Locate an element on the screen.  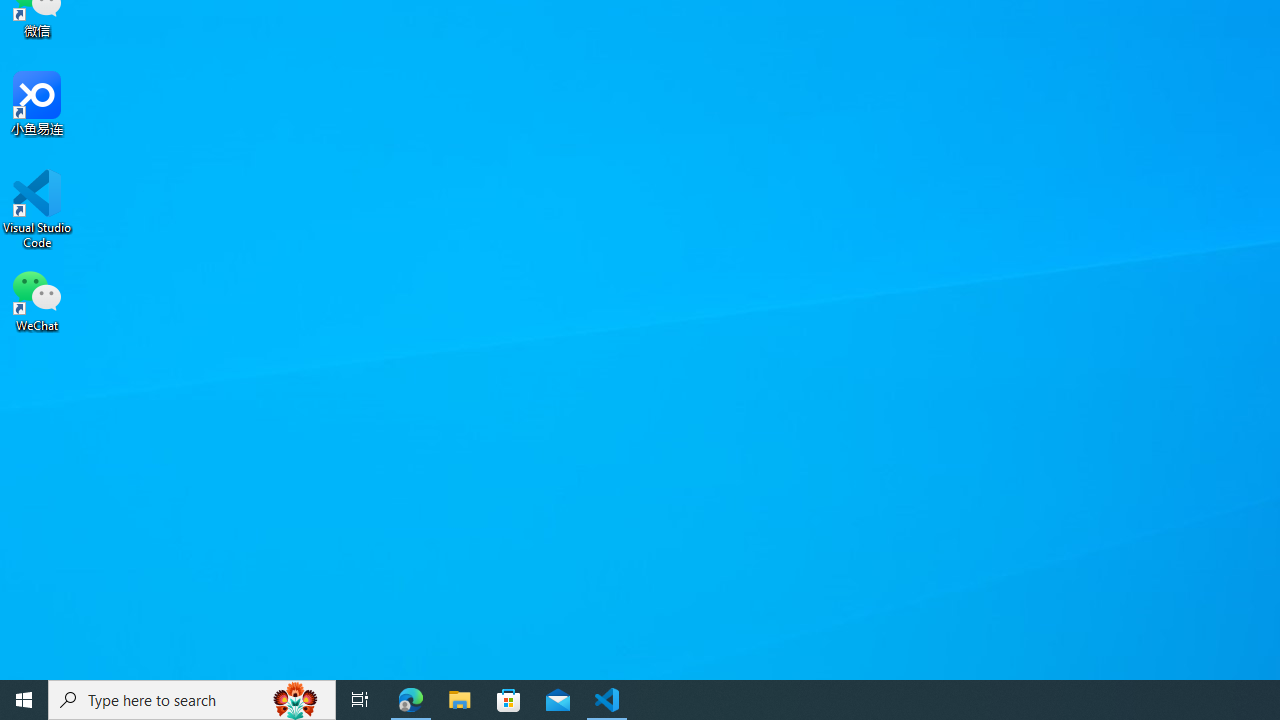
'File Explorer' is located at coordinates (459, 698).